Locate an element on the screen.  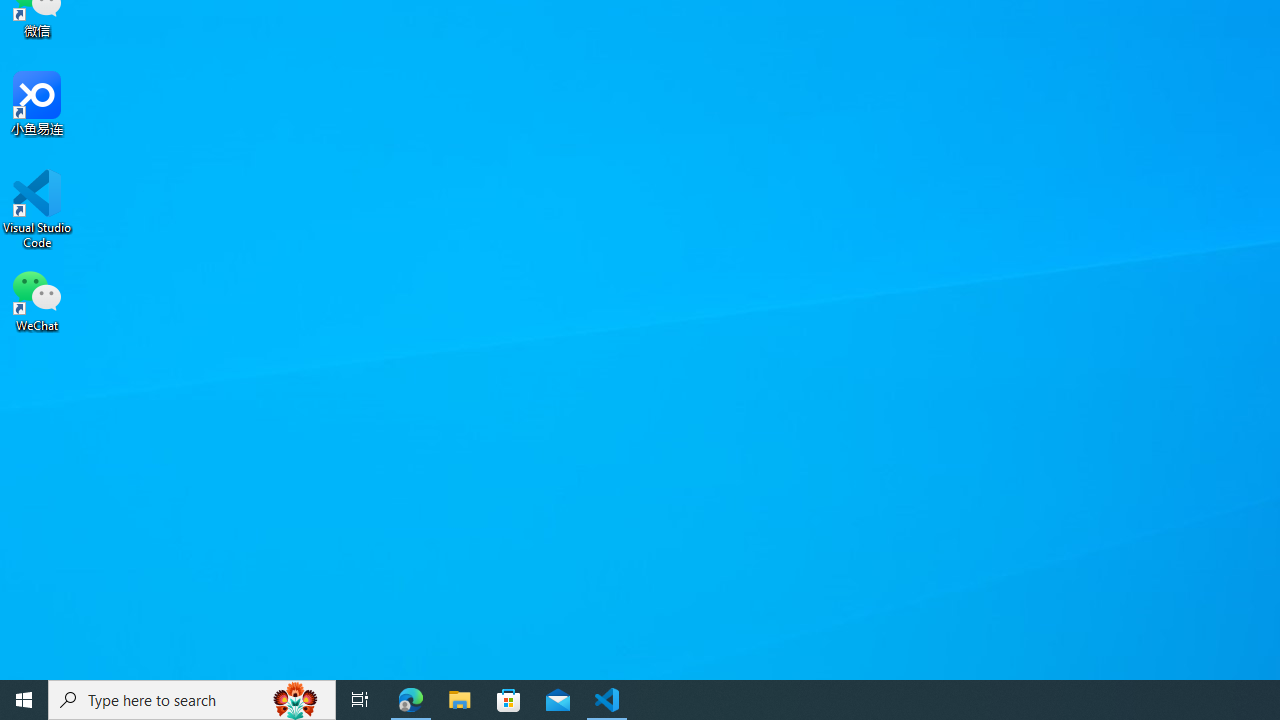
'File Explorer' is located at coordinates (459, 698).